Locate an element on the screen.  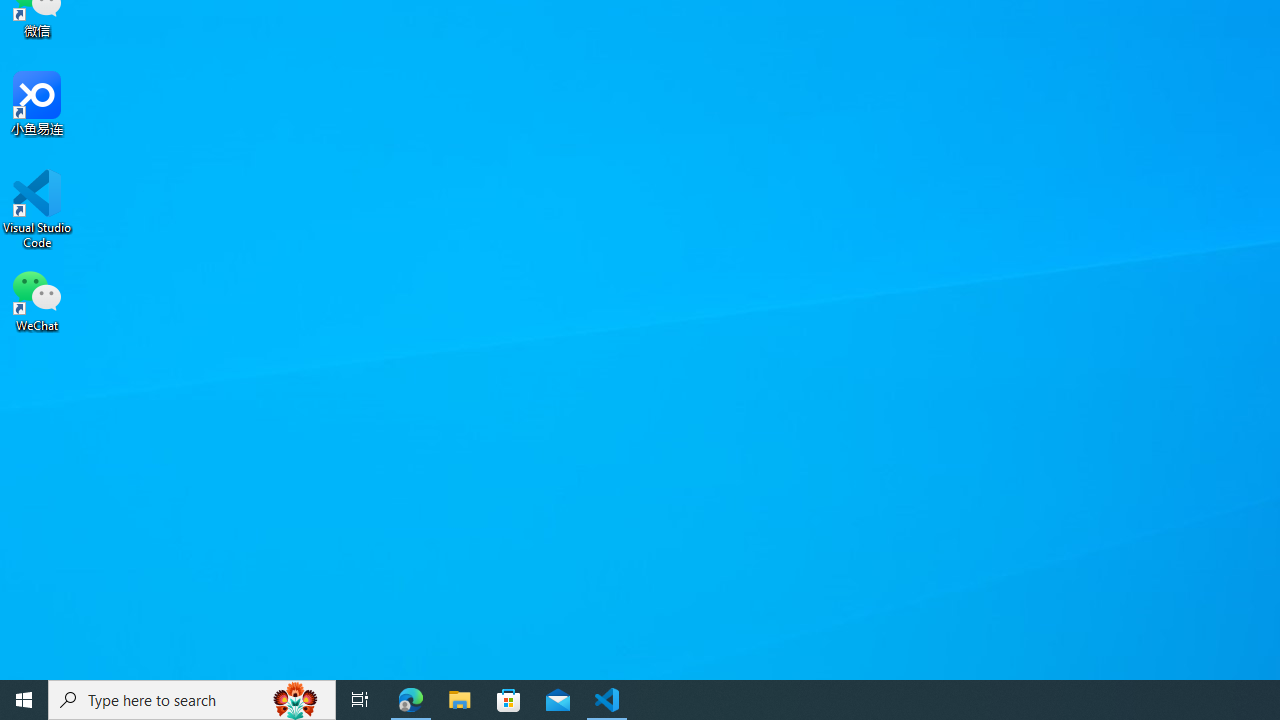
'File Explorer' is located at coordinates (459, 698).